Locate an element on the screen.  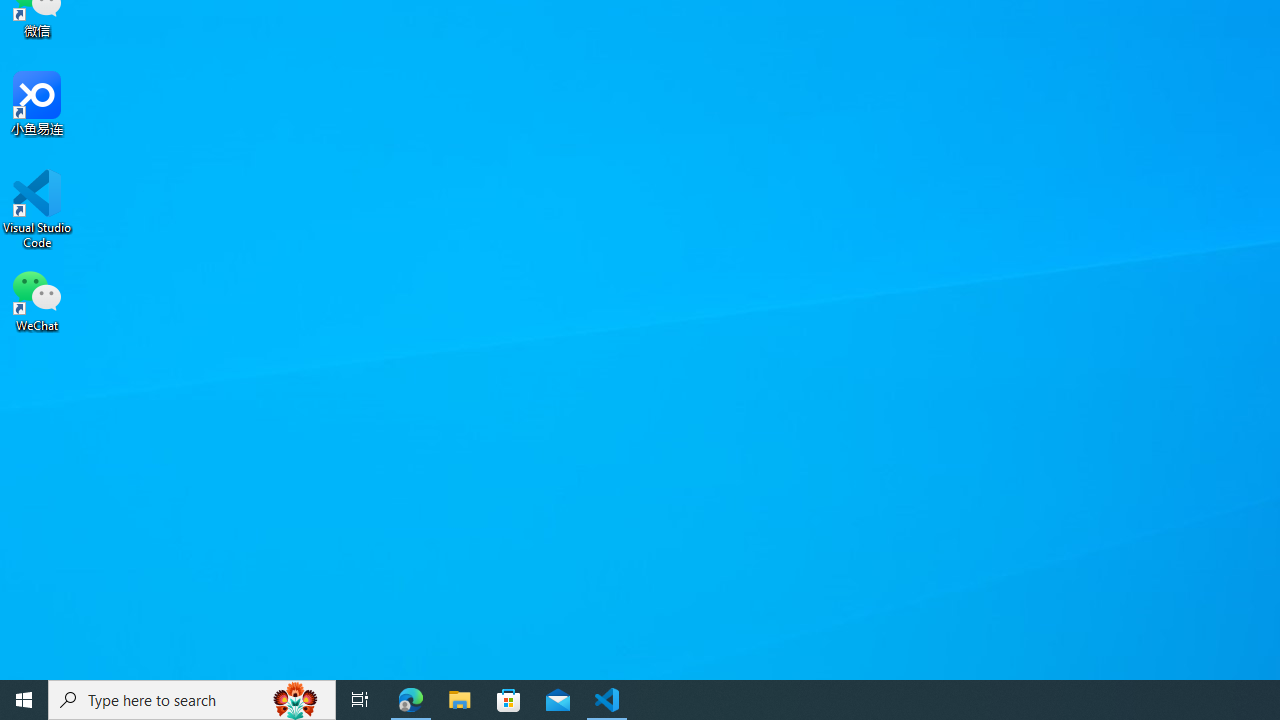
'File Explorer' is located at coordinates (459, 698).